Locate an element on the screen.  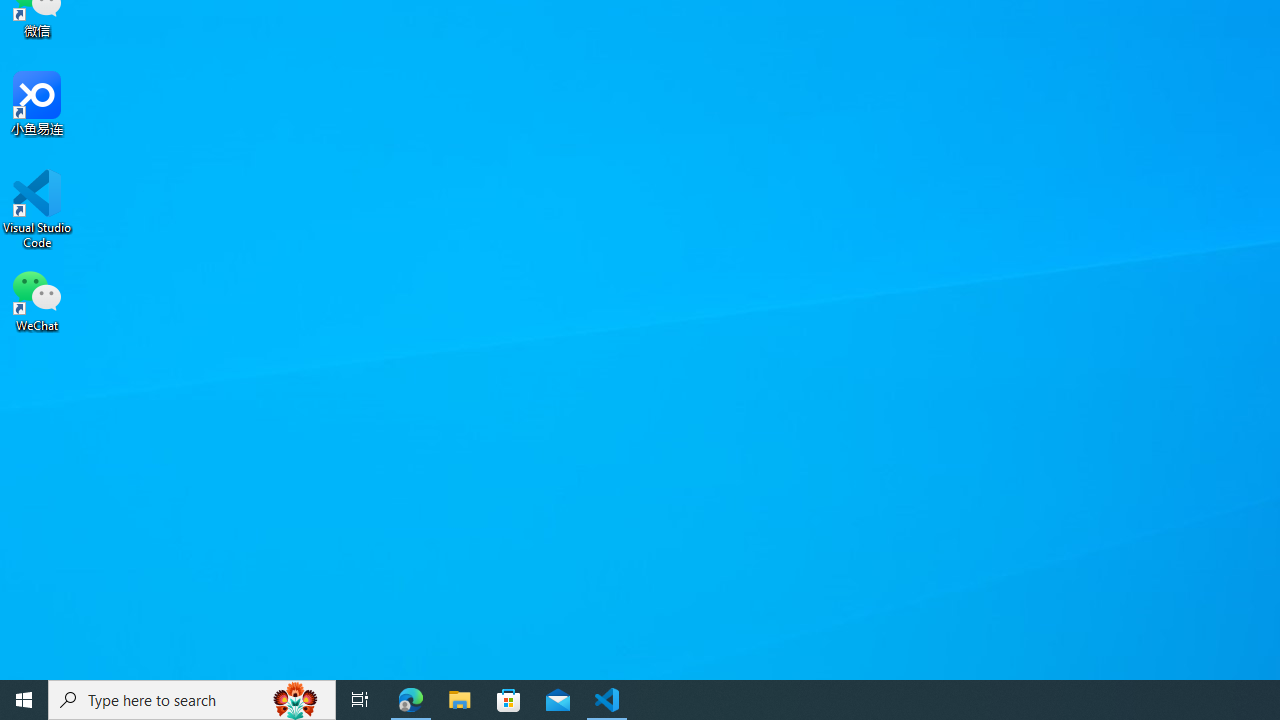
'File Explorer' is located at coordinates (459, 698).